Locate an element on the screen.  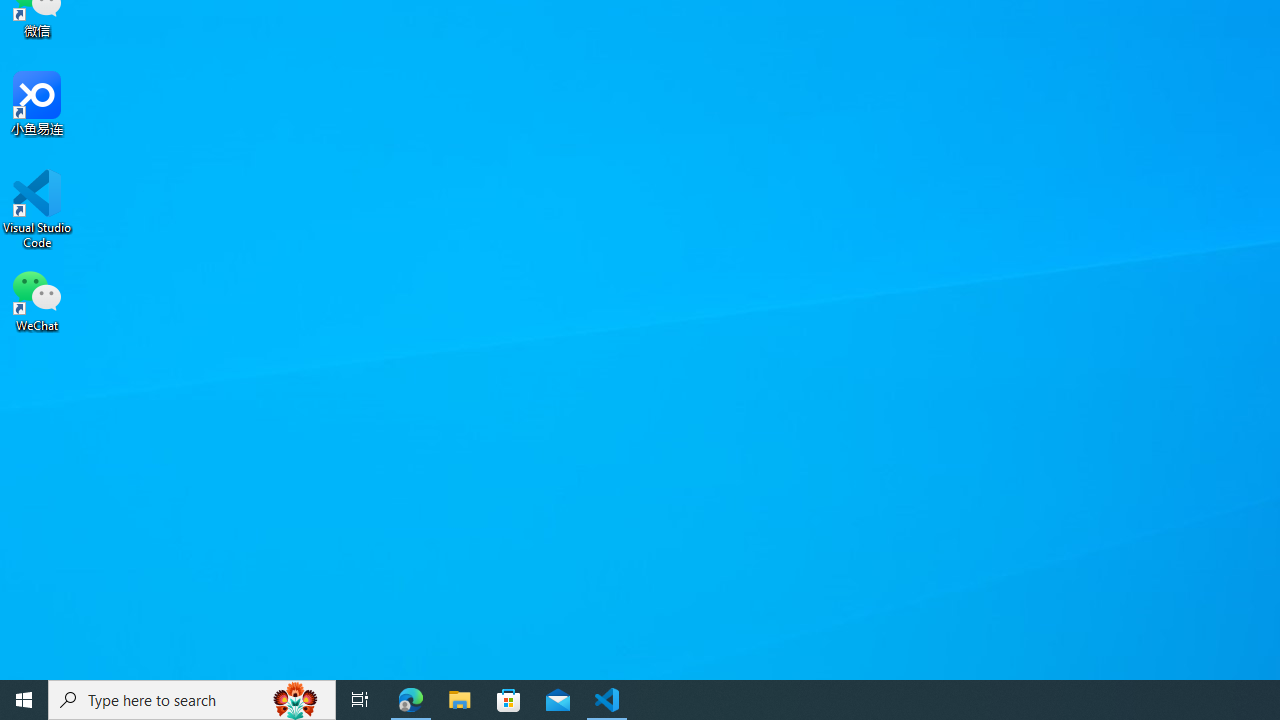
'File Explorer' is located at coordinates (459, 698).